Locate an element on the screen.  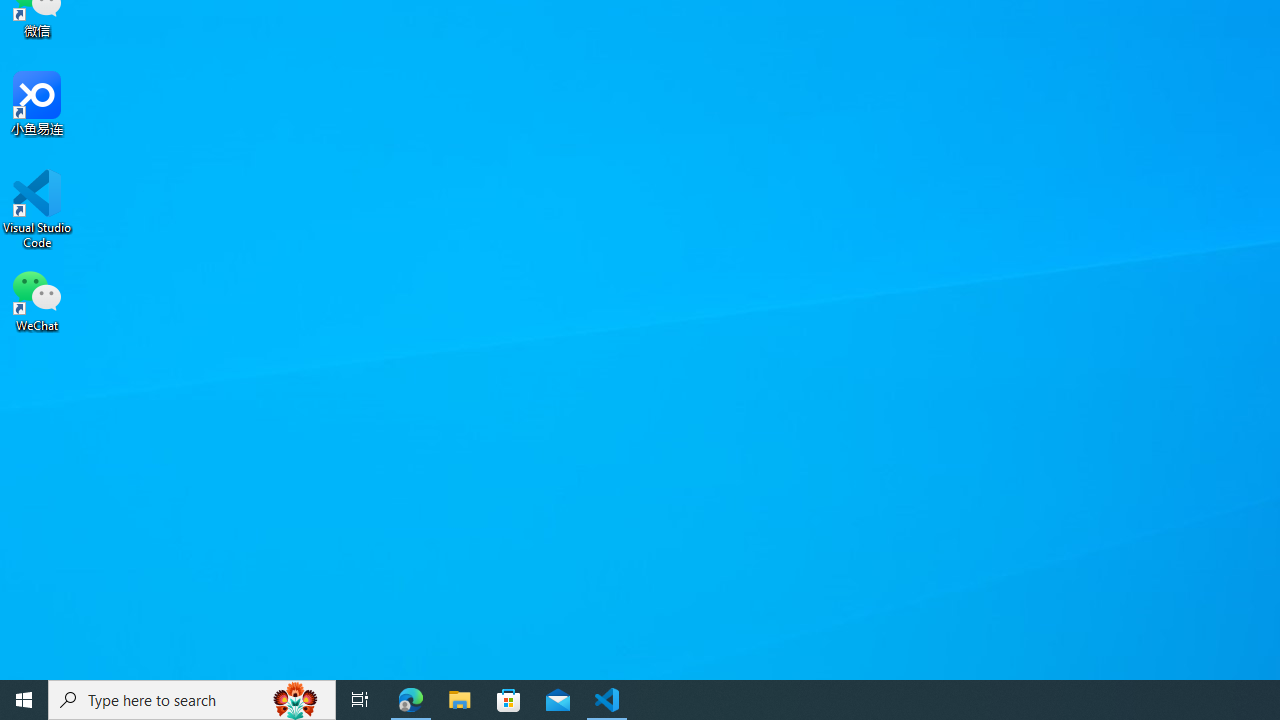
'File Explorer' is located at coordinates (459, 698).